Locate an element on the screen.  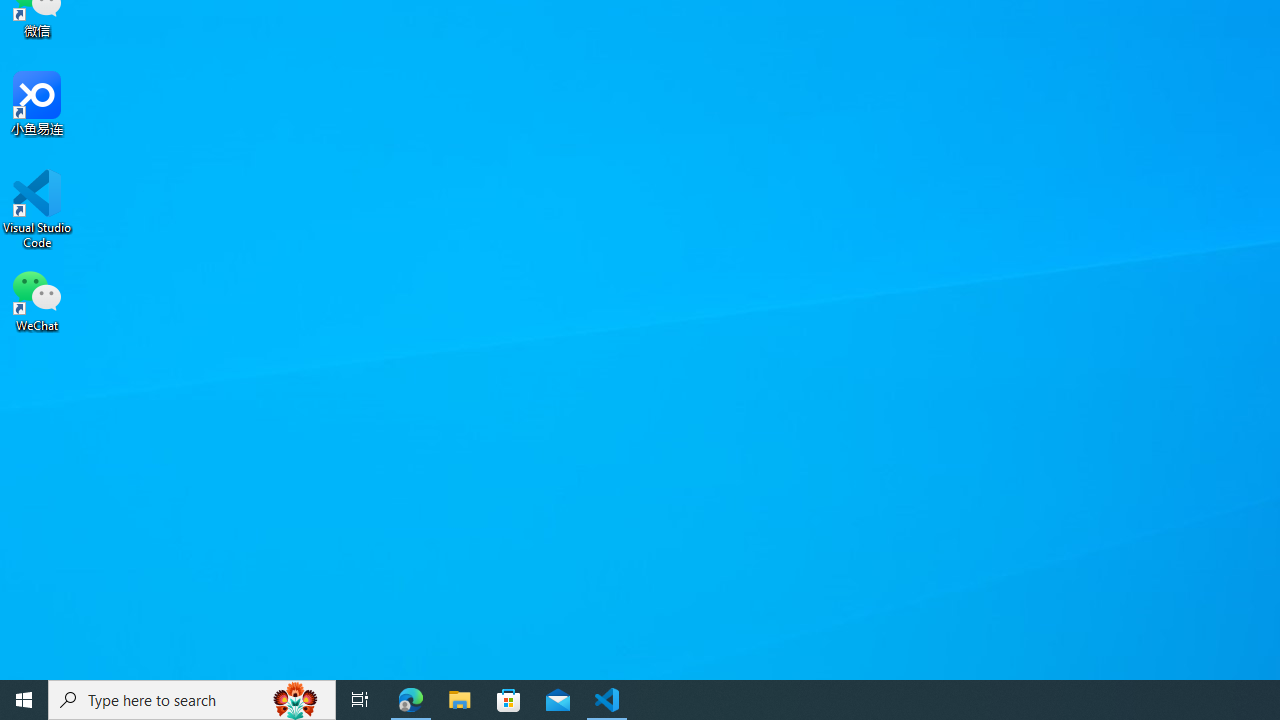
'File Explorer' is located at coordinates (459, 698).